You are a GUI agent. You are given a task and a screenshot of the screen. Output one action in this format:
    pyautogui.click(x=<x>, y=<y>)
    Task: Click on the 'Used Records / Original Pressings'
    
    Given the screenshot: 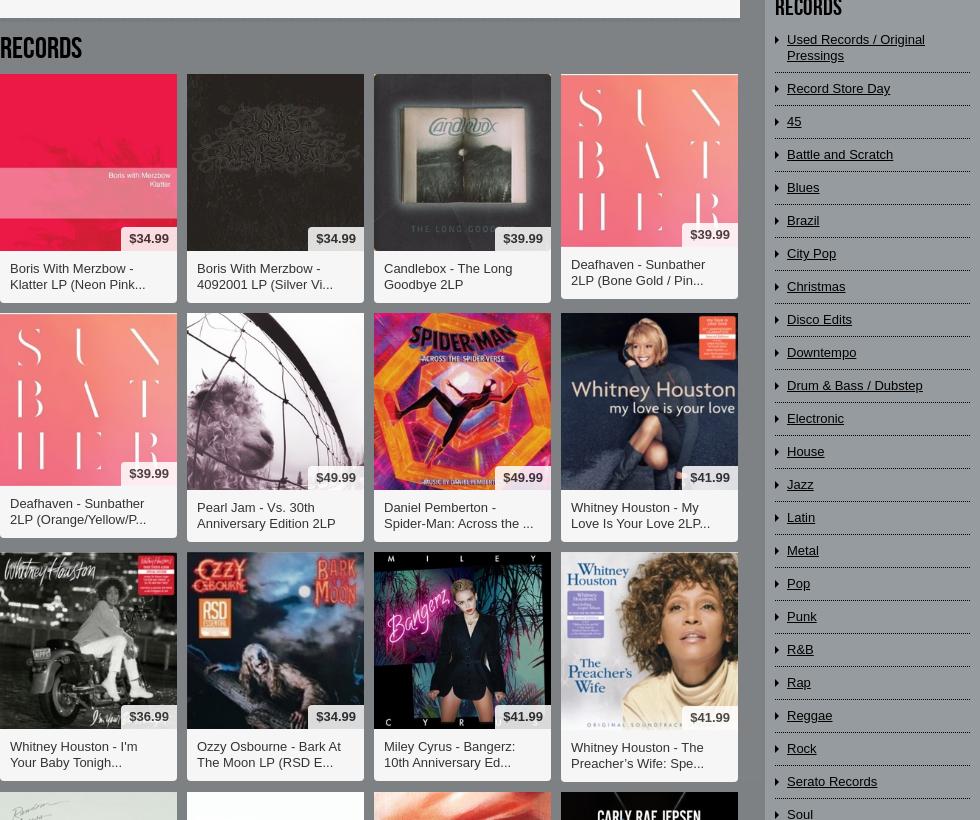 What is the action you would take?
    pyautogui.click(x=856, y=46)
    